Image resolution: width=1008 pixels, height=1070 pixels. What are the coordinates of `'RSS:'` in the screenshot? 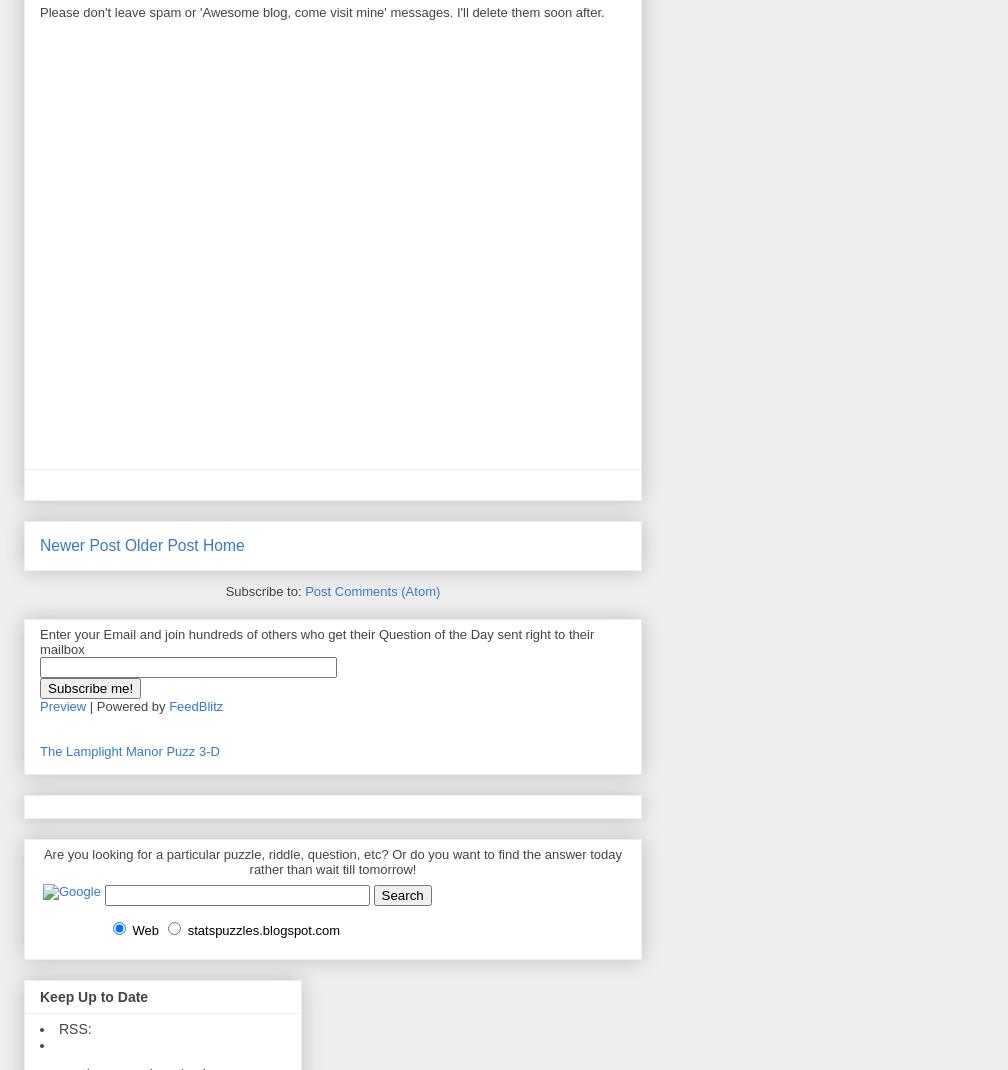 It's located at (77, 1029).